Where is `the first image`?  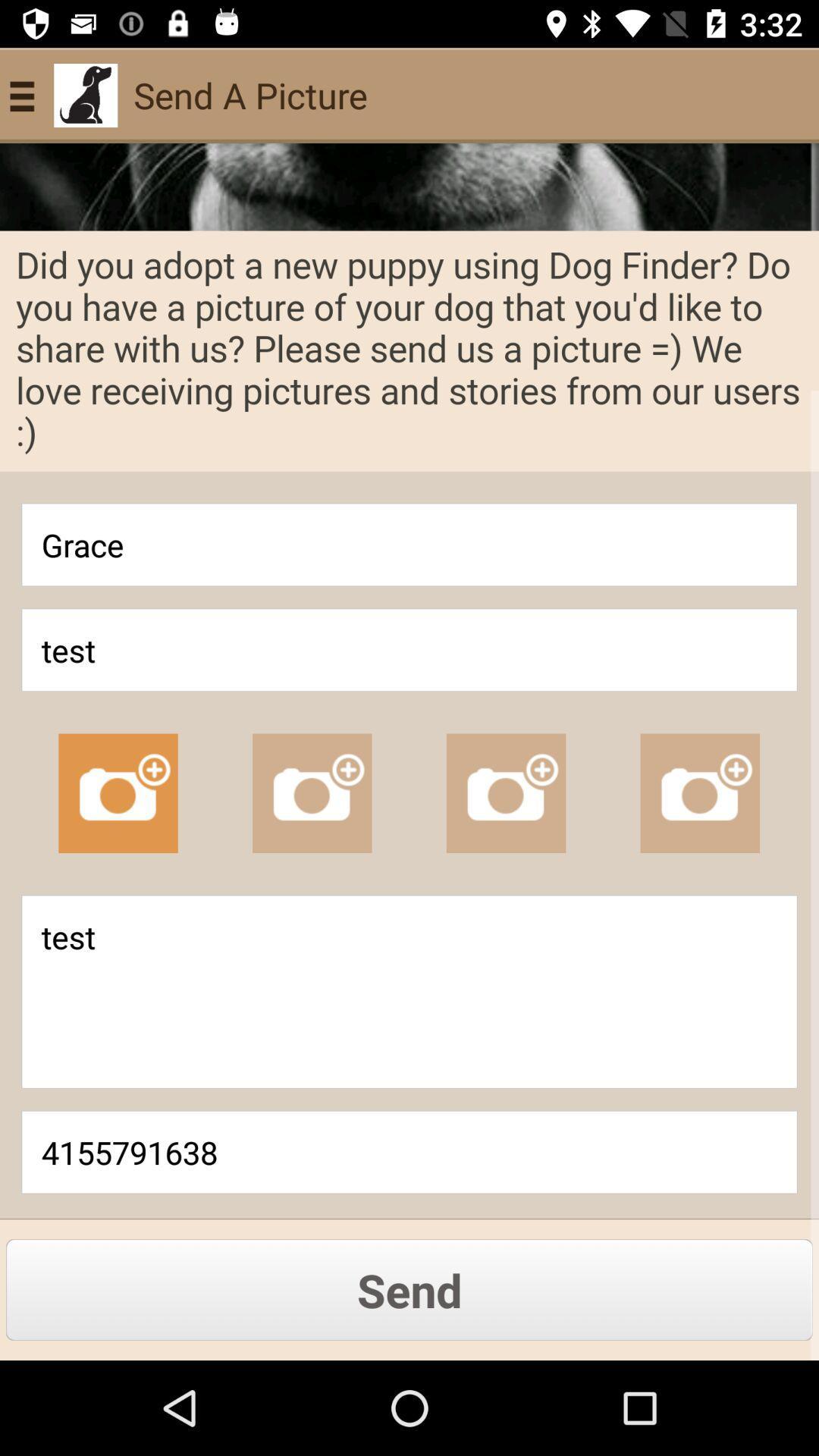 the first image is located at coordinates (117, 792).